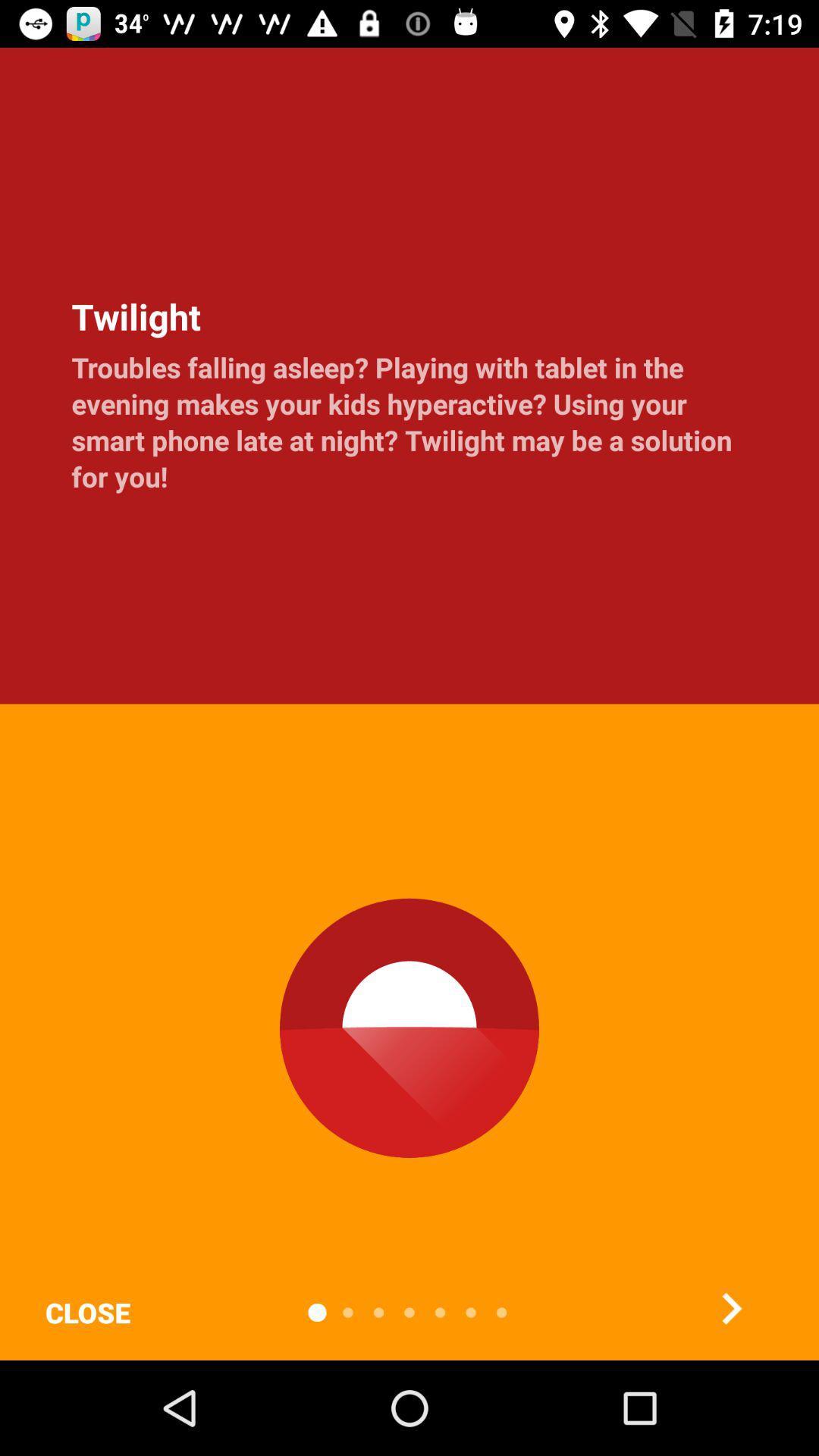 This screenshot has width=819, height=1456. Describe the element at coordinates (730, 1307) in the screenshot. I see `the arrow_forward icon` at that location.